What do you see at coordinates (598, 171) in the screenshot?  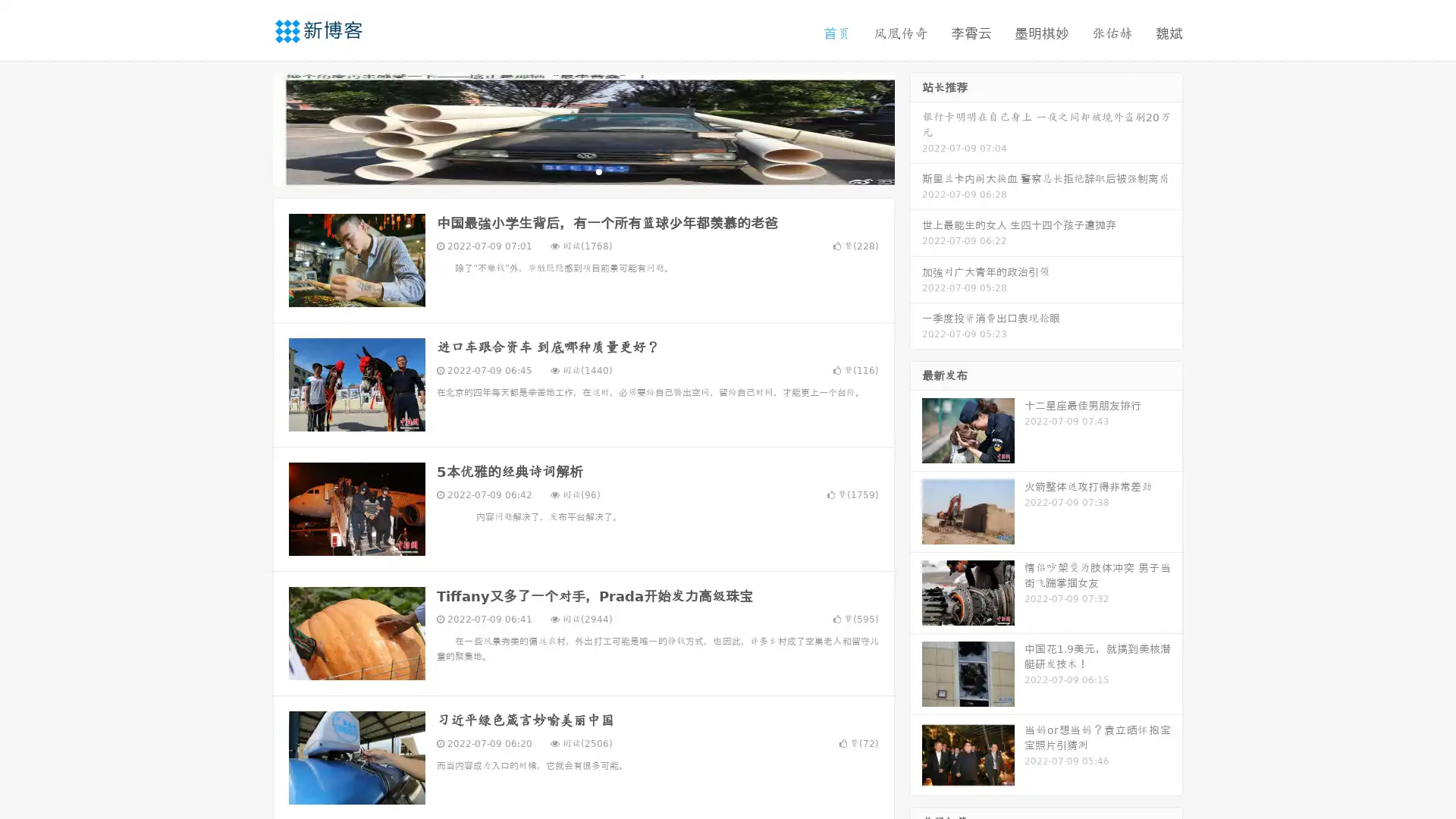 I see `Go to slide 3` at bounding box center [598, 171].